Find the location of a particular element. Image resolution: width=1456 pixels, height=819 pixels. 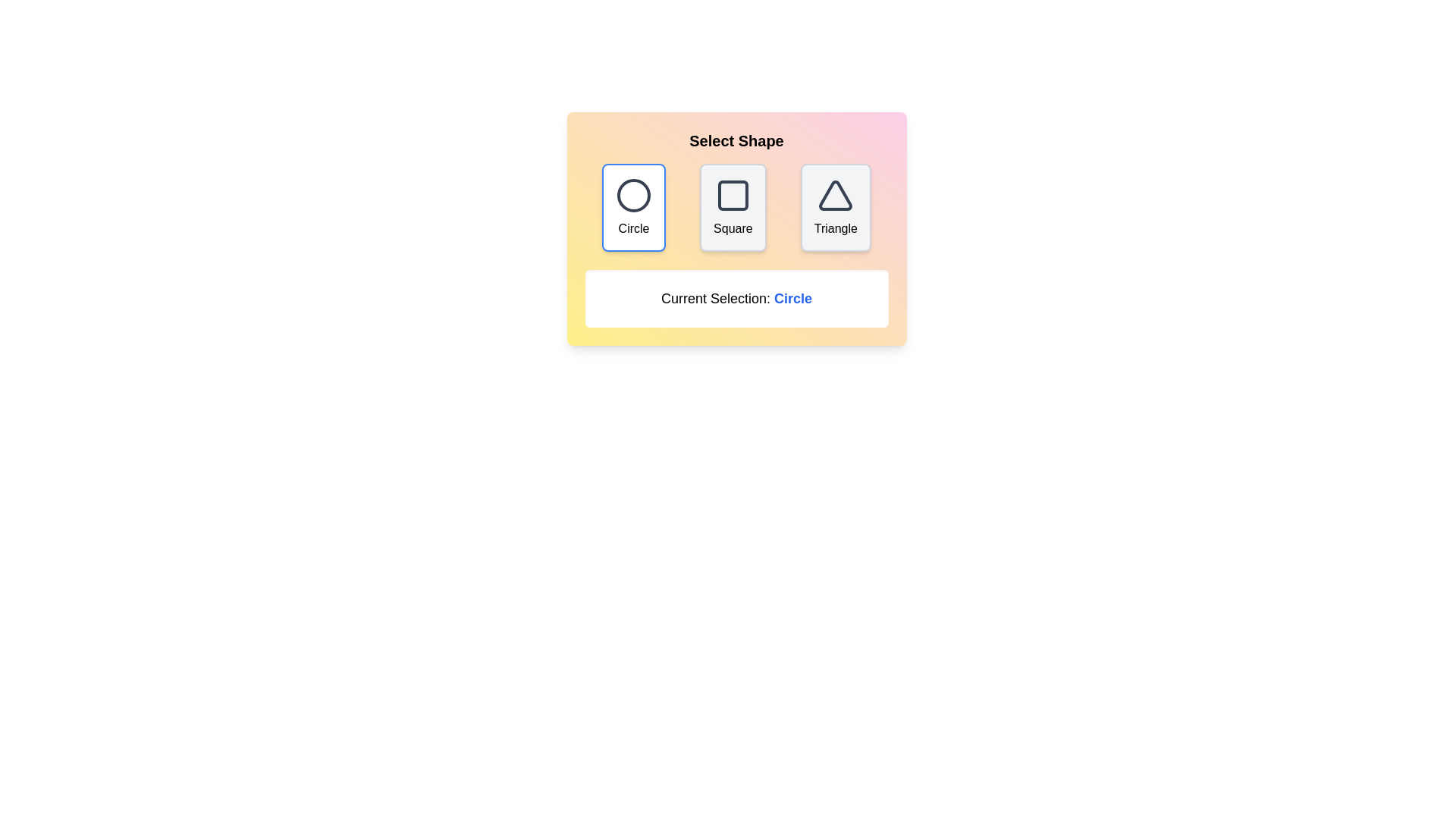

the Circle button to select the corresponding shape is located at coordinates (633, 207).